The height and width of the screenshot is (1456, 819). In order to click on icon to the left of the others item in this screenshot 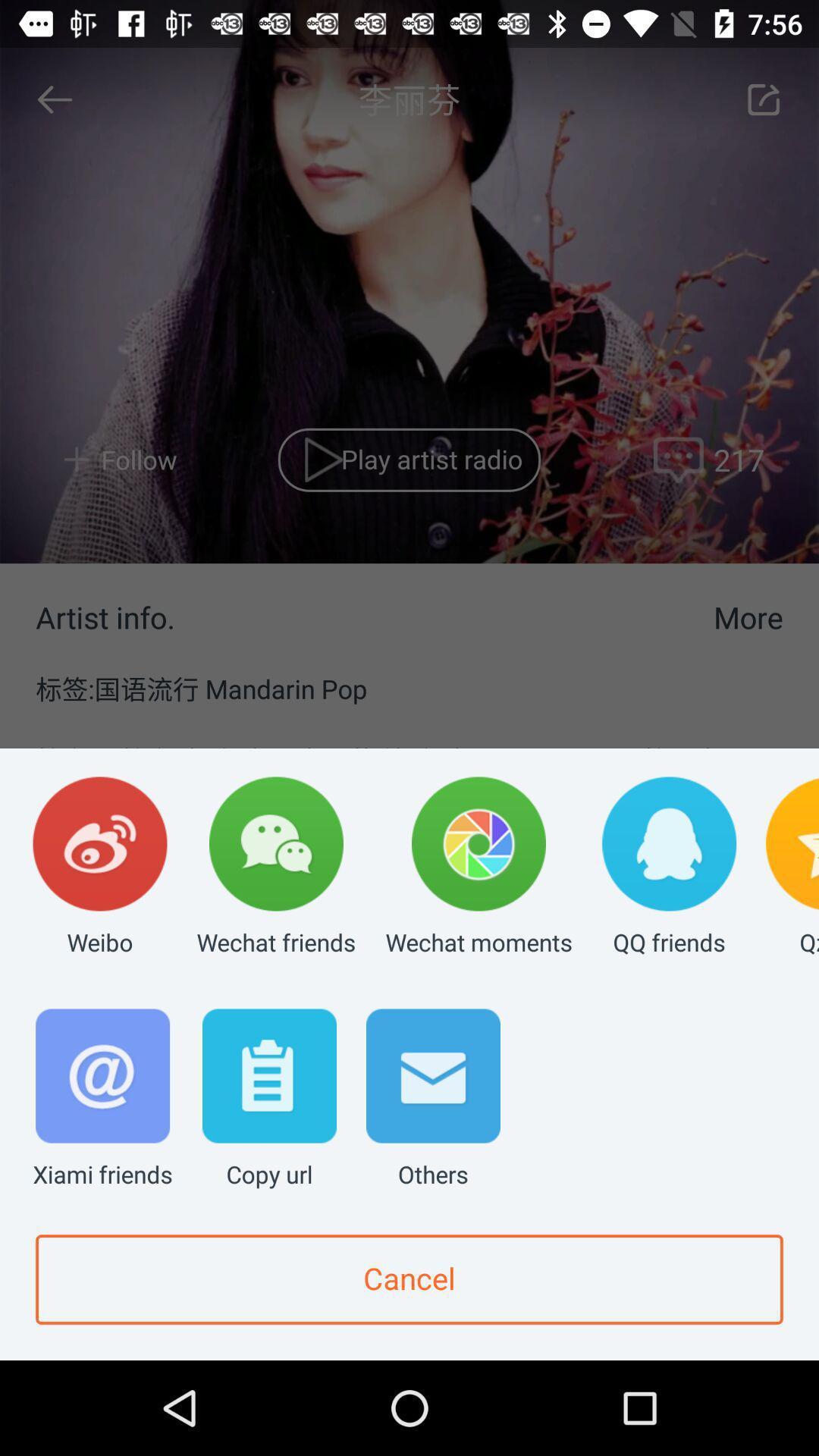, I will do `click(268, 1100)`.